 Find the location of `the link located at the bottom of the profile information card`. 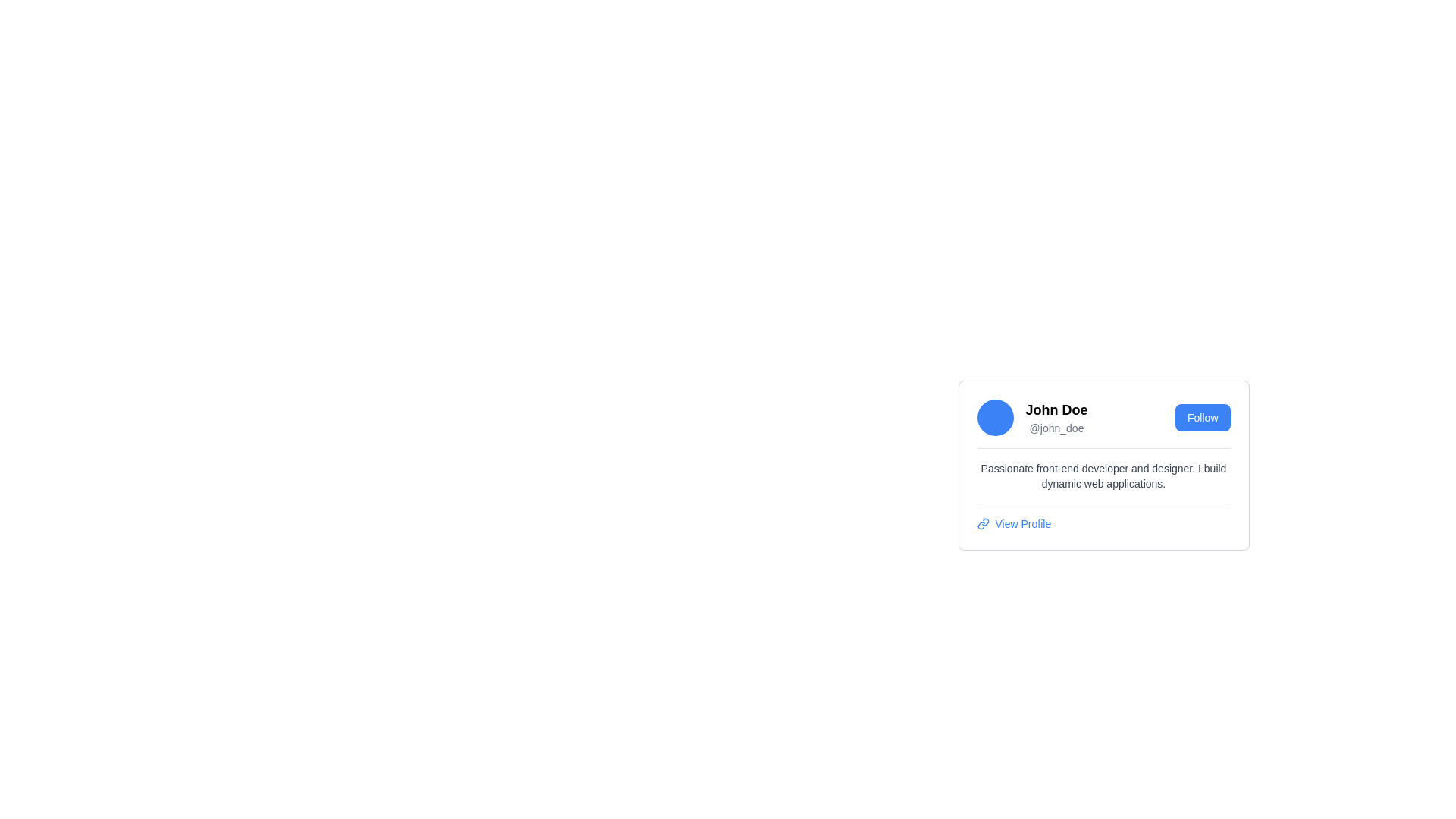

the link located at the bottom of the profile information card is located at coordinates (1103, 522).